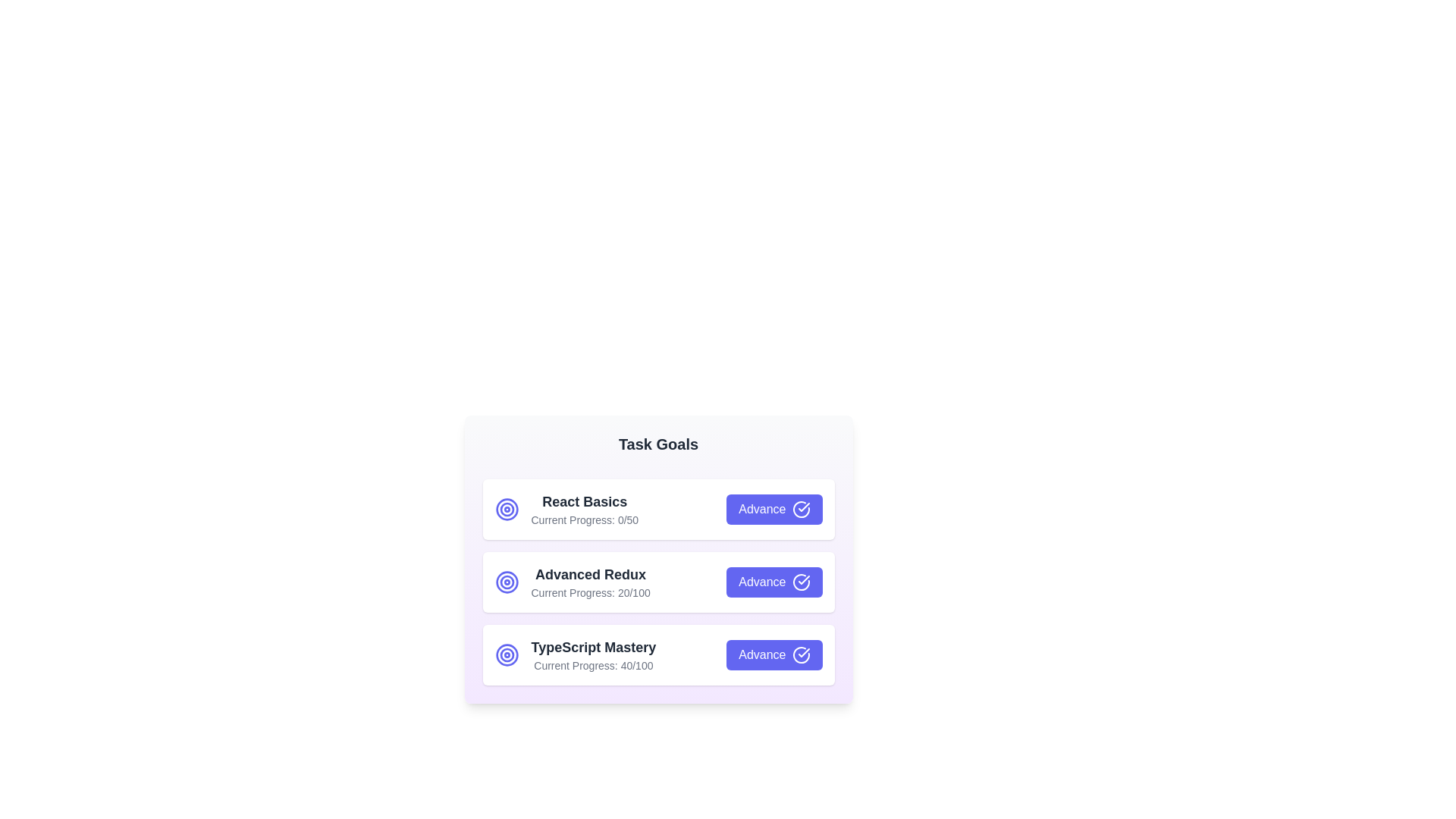 Image resolution: width=1456 pixels, height=819 pixels. Describe the element at coordinates (507, 654) in the screenshot. I see `the target icon, which is a visual representation featuring concentric circles with a bullseye in the center, styled in indigo color, positioned to the left of the text 'TypeScript Mastery' and 'Current Progress: 40/100'` at that location.